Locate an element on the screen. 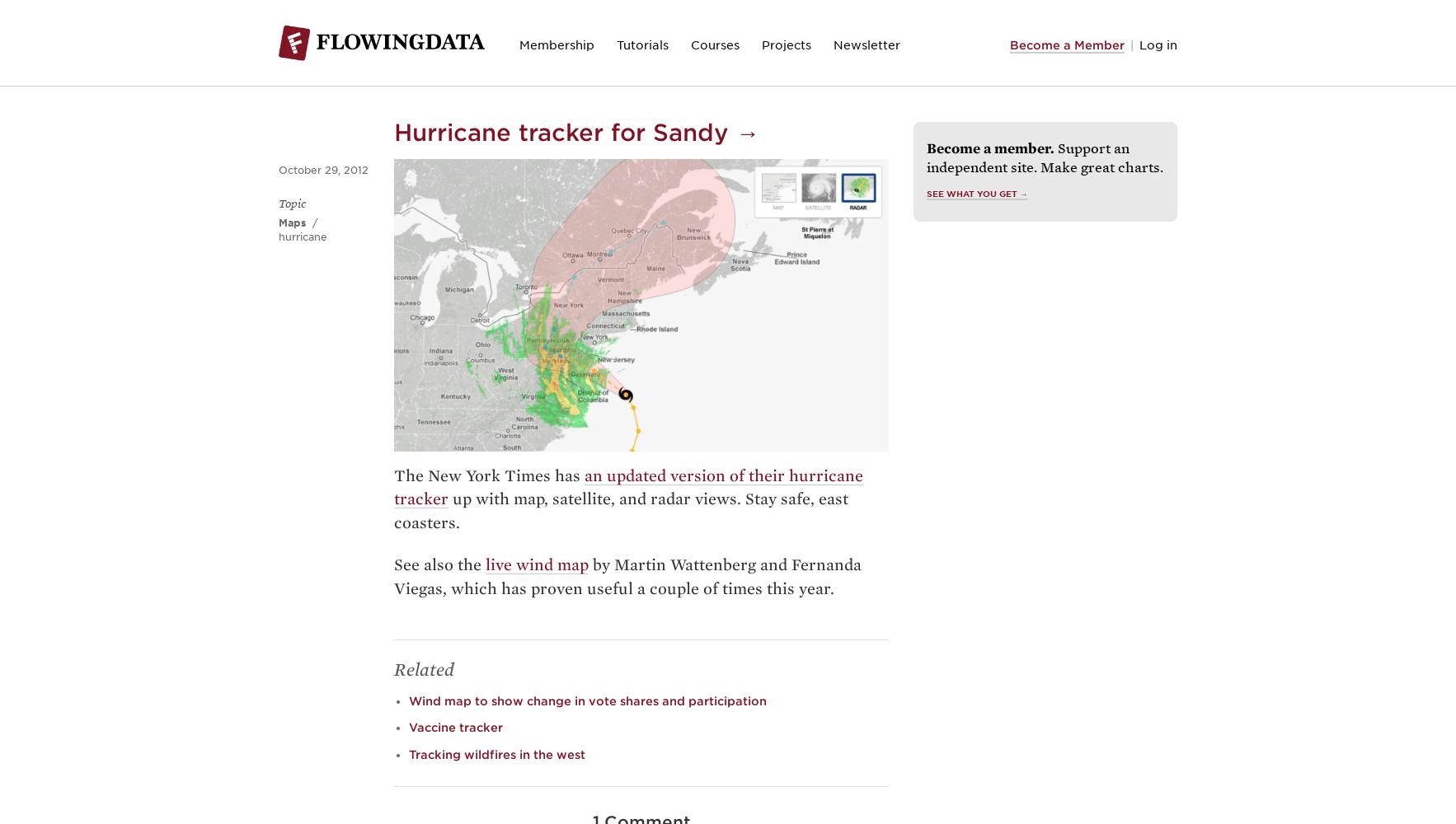  'hurricane' is located at coordinates (278, 236).